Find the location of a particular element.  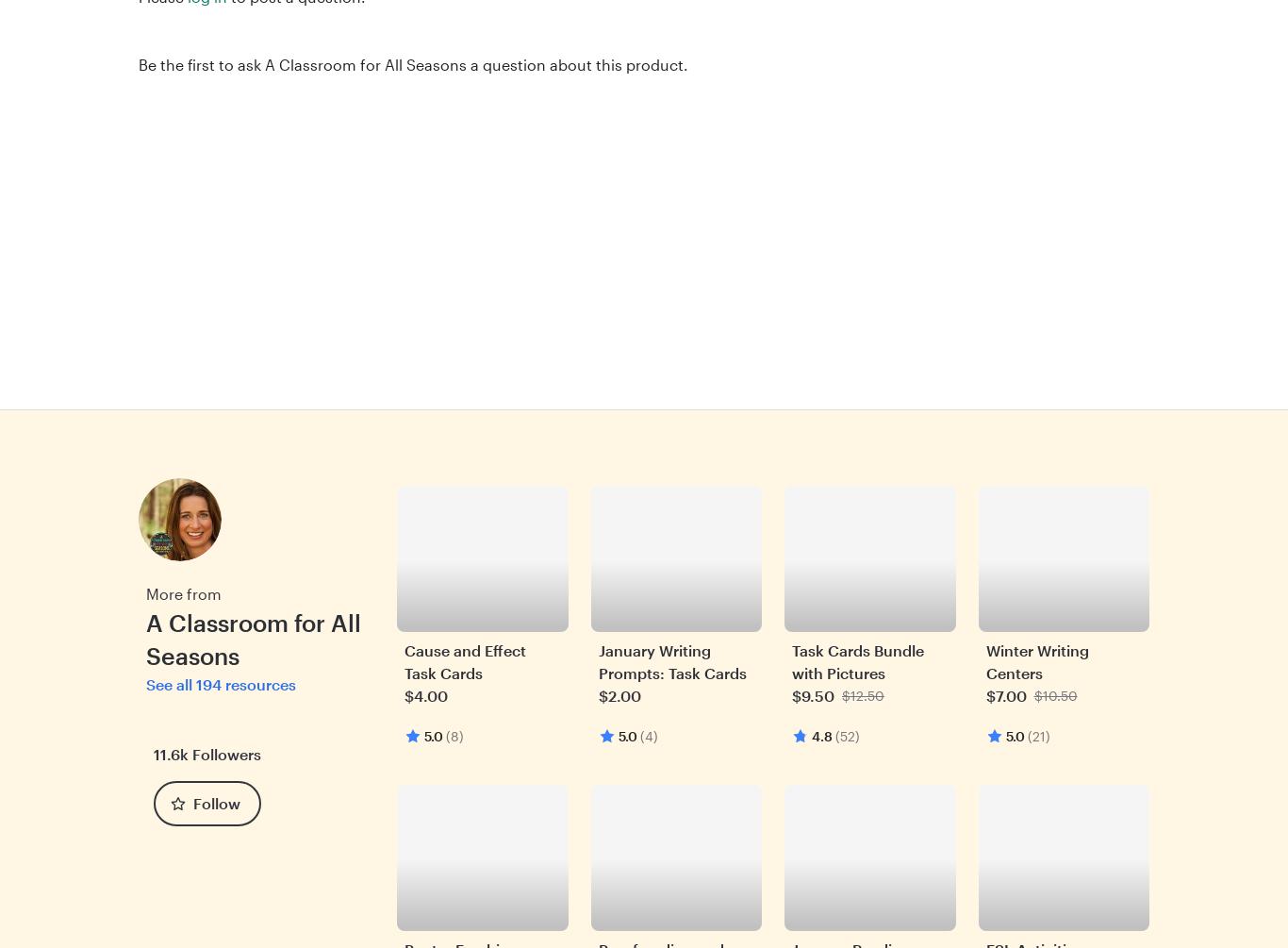

'Cause and Effect Task Cards' is located at coordinates (404, 660).